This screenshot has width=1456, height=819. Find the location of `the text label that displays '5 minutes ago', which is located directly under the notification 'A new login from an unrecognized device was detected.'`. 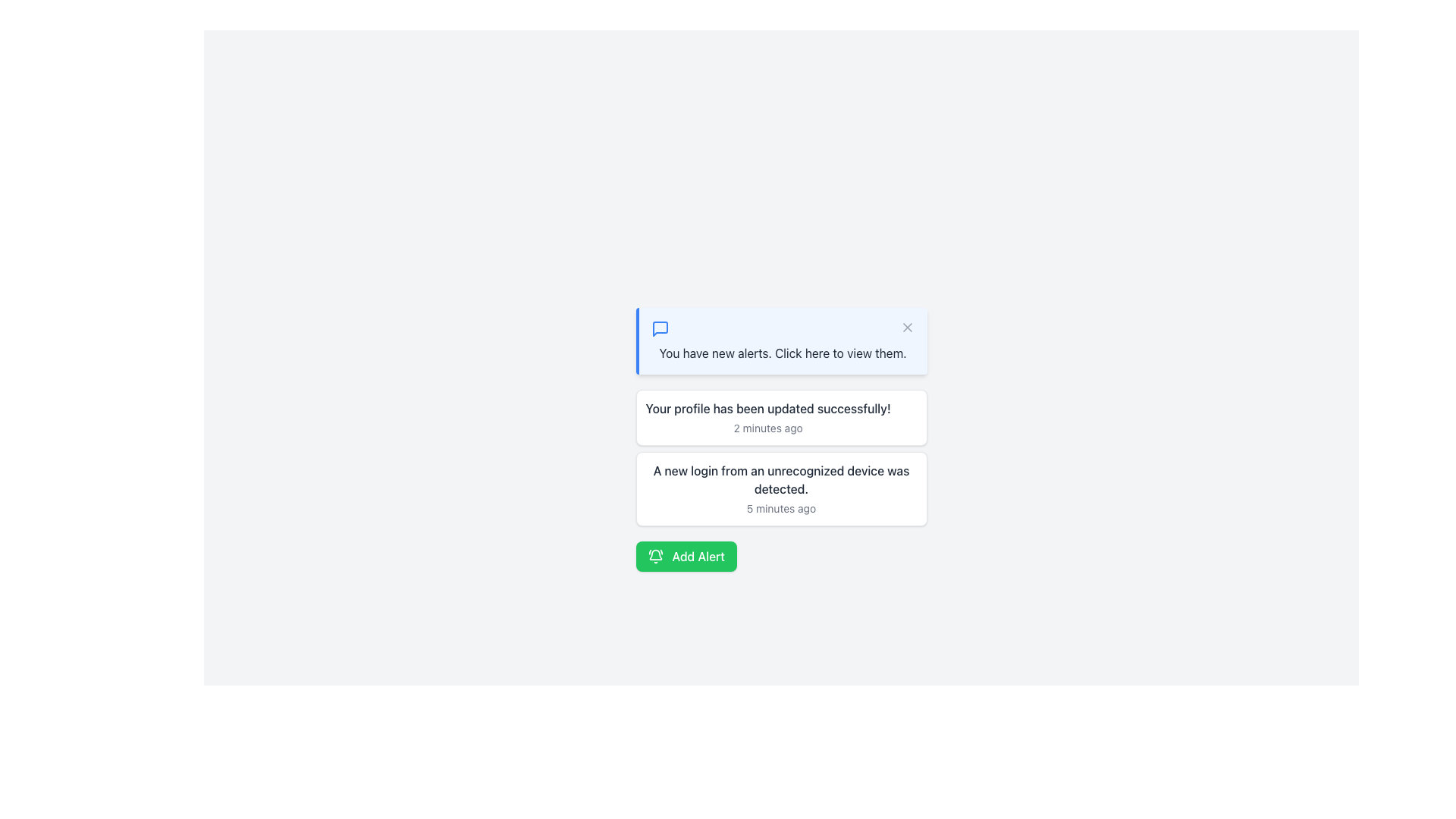

the text label that displays '5 minutes ago', which is located directly under the notification 'A new login from an unrecognized device was detected.' is located at coordinates (781, 509).